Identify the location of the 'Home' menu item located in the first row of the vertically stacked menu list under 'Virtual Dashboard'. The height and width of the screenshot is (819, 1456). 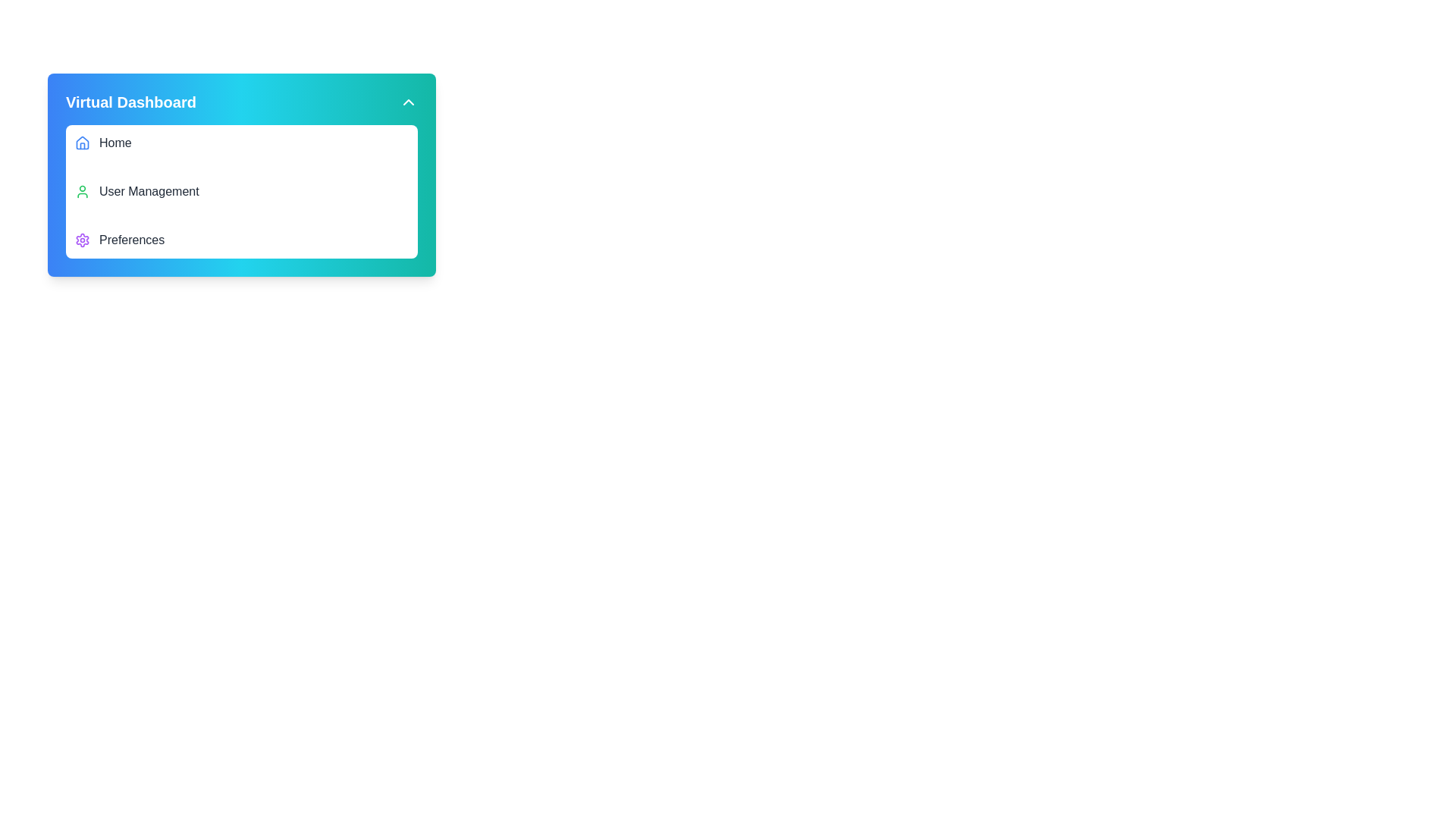
(240, 143).